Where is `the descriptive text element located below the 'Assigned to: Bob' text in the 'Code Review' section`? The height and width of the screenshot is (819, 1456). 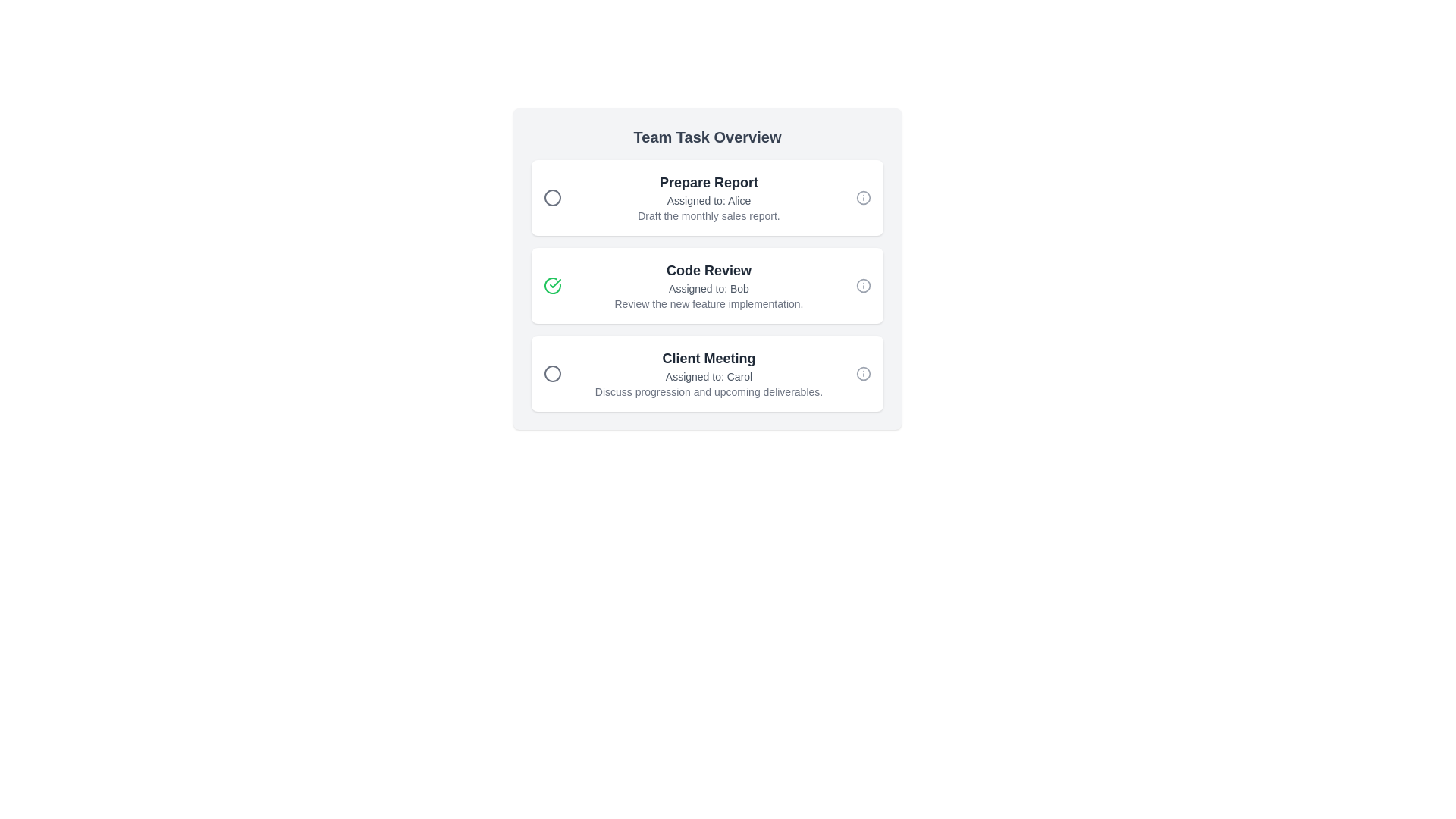 the descriptive text element located below the 'Assigned to: Bob' text in the 'Code Review' section is located at coordinates (708, 304).